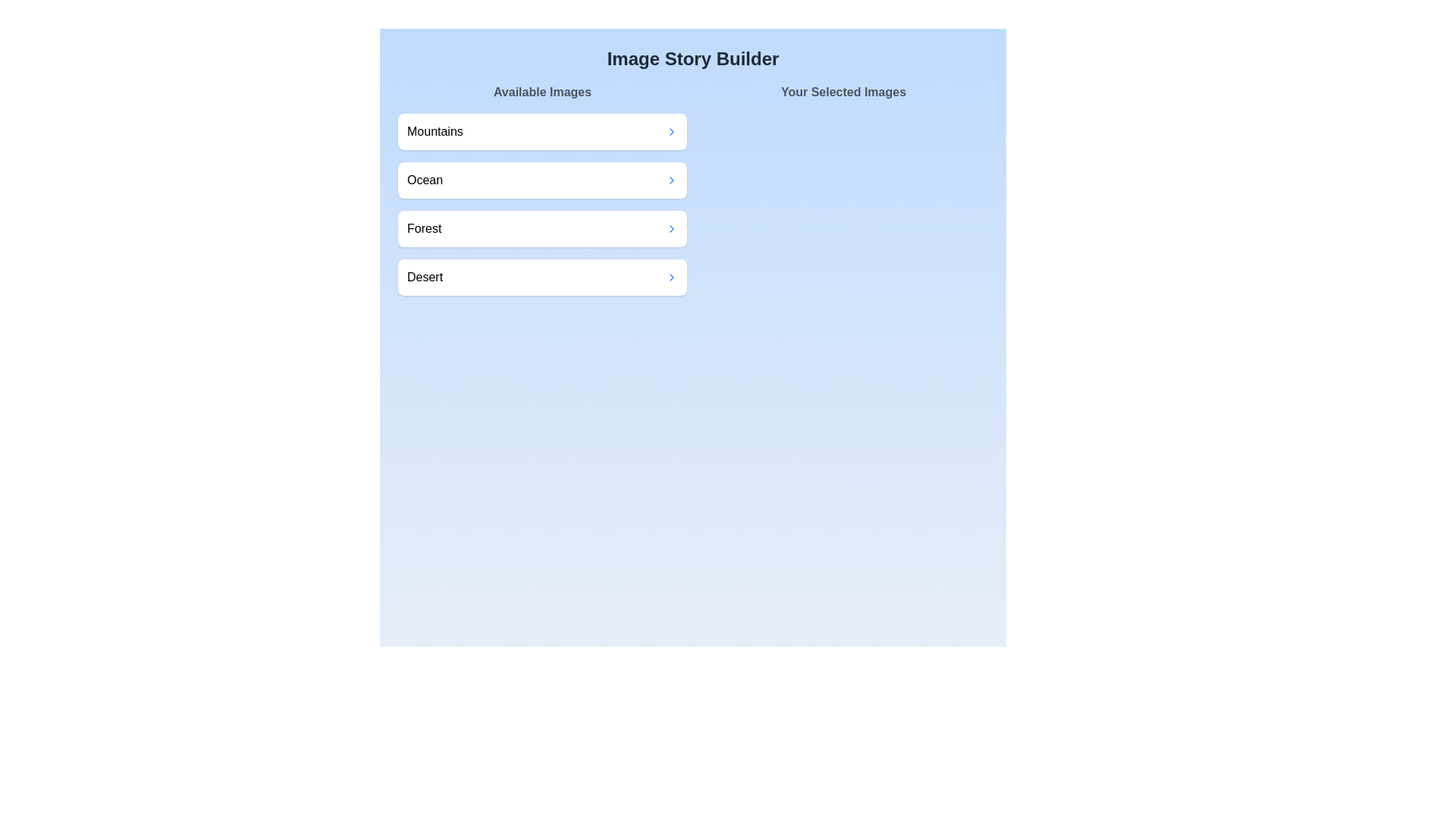 The height and width of the screenshot is (819, 1456). Describe the element at coordinates (671, 278) in the screenshot. I see `transfer button for the image labeled Desert in the 'Available Images' section` at that location.